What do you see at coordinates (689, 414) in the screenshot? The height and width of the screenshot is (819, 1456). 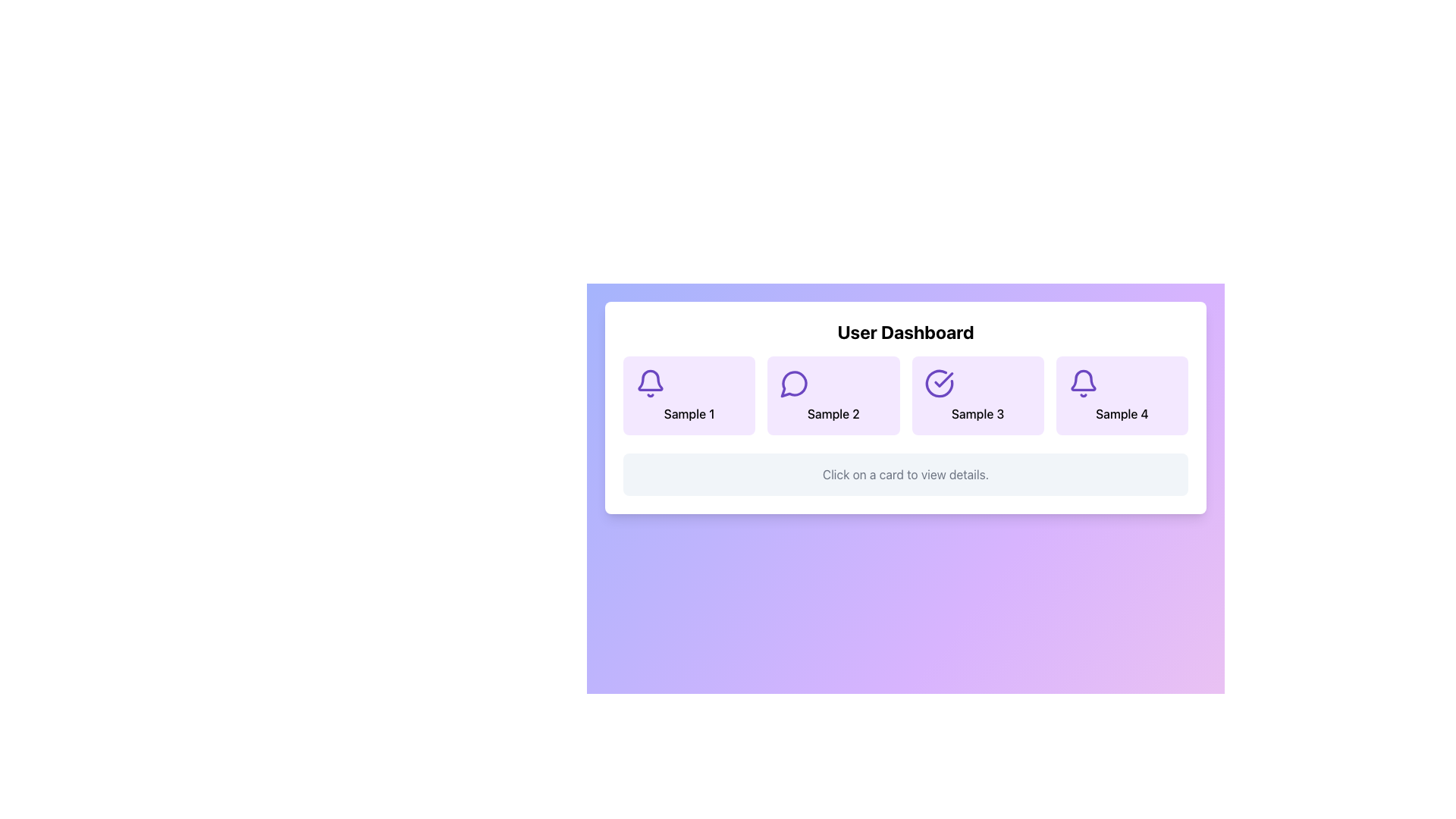 I see `the Text Label located at the bottom center of the first card, which provides additional information about the card's content, positioned below a bell icon` at bounding box center [689, 414].